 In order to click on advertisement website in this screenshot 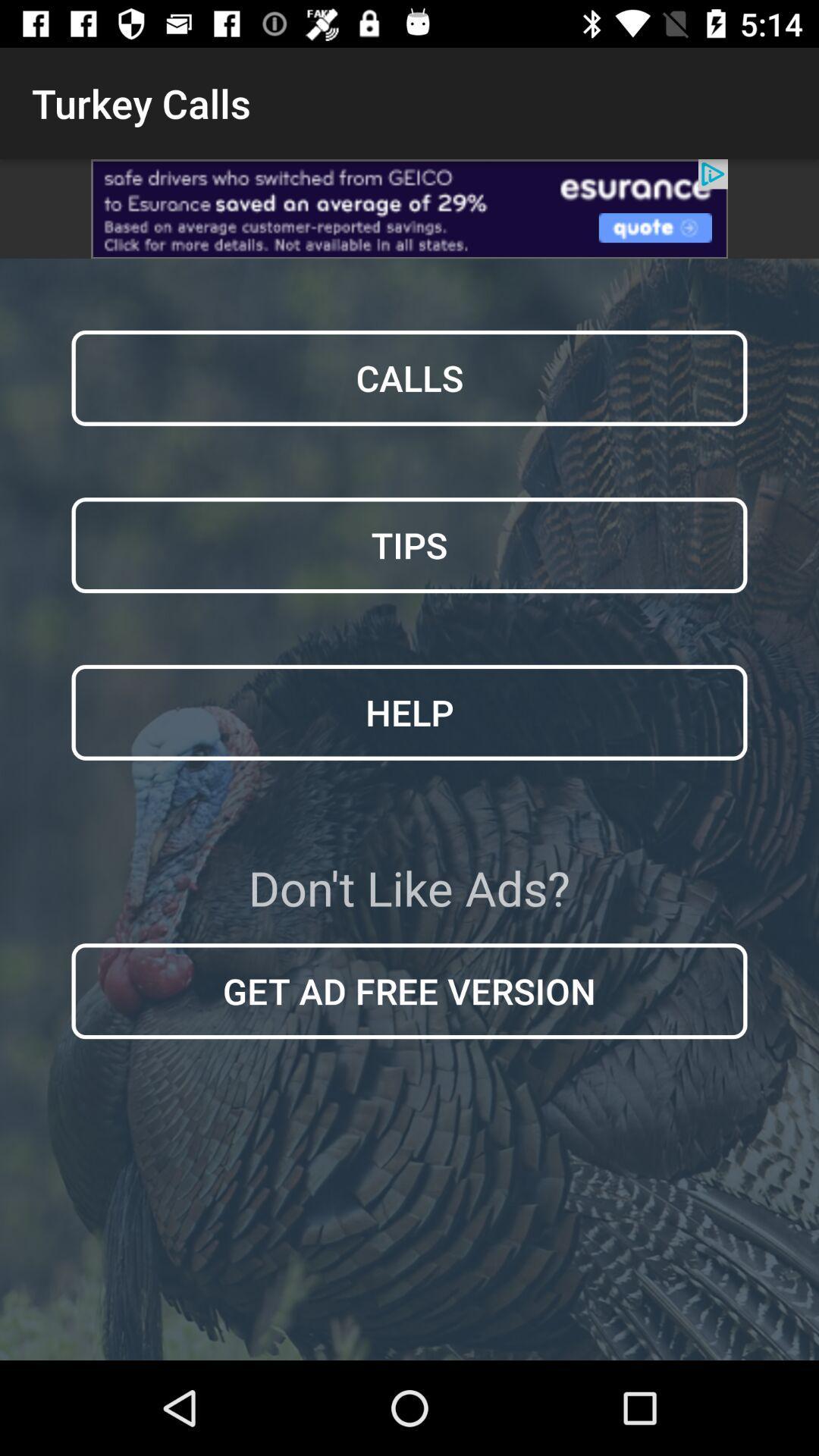, I will do `click(409, 208)`.